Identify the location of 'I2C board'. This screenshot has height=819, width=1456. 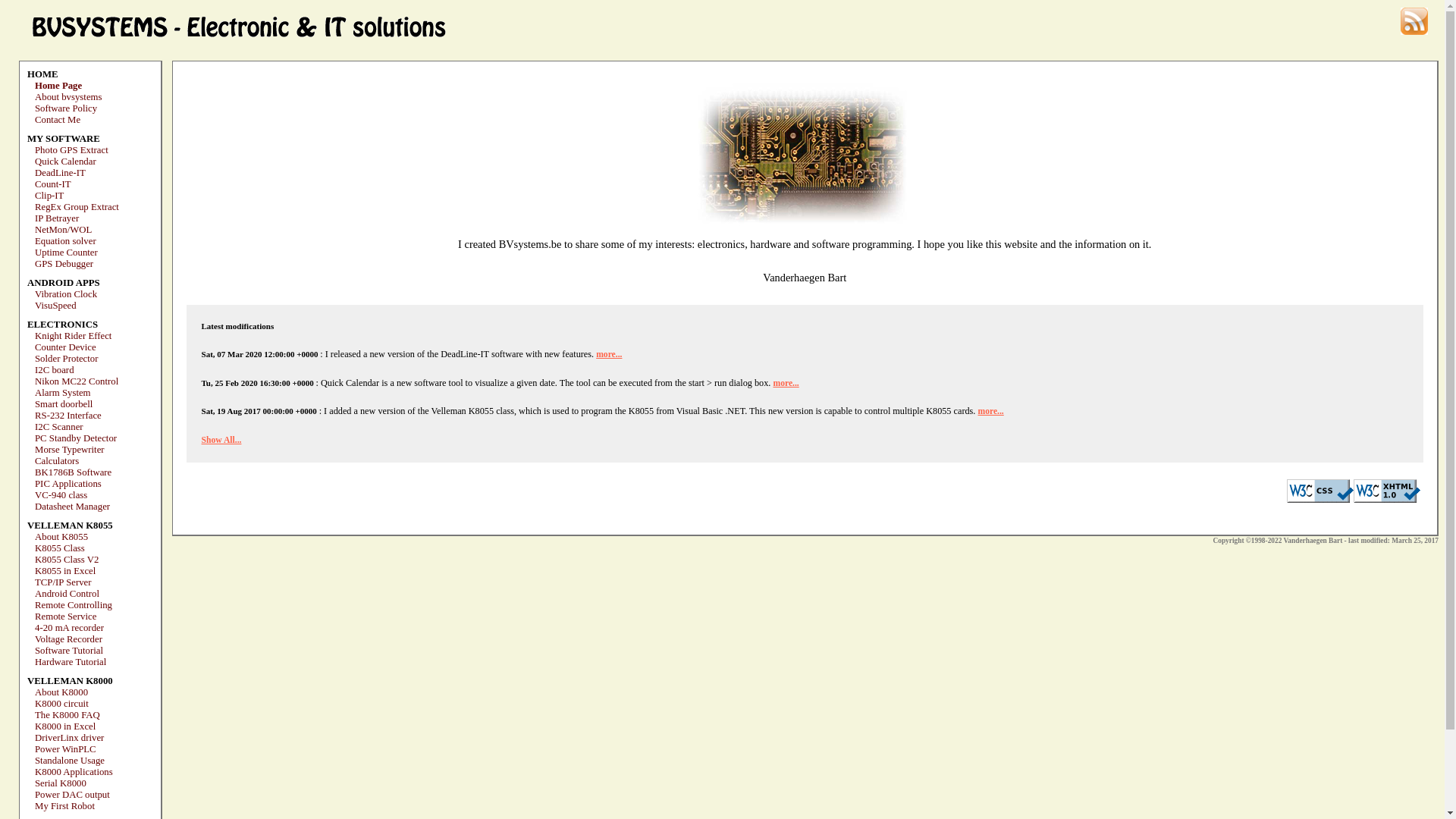
(55, 370).